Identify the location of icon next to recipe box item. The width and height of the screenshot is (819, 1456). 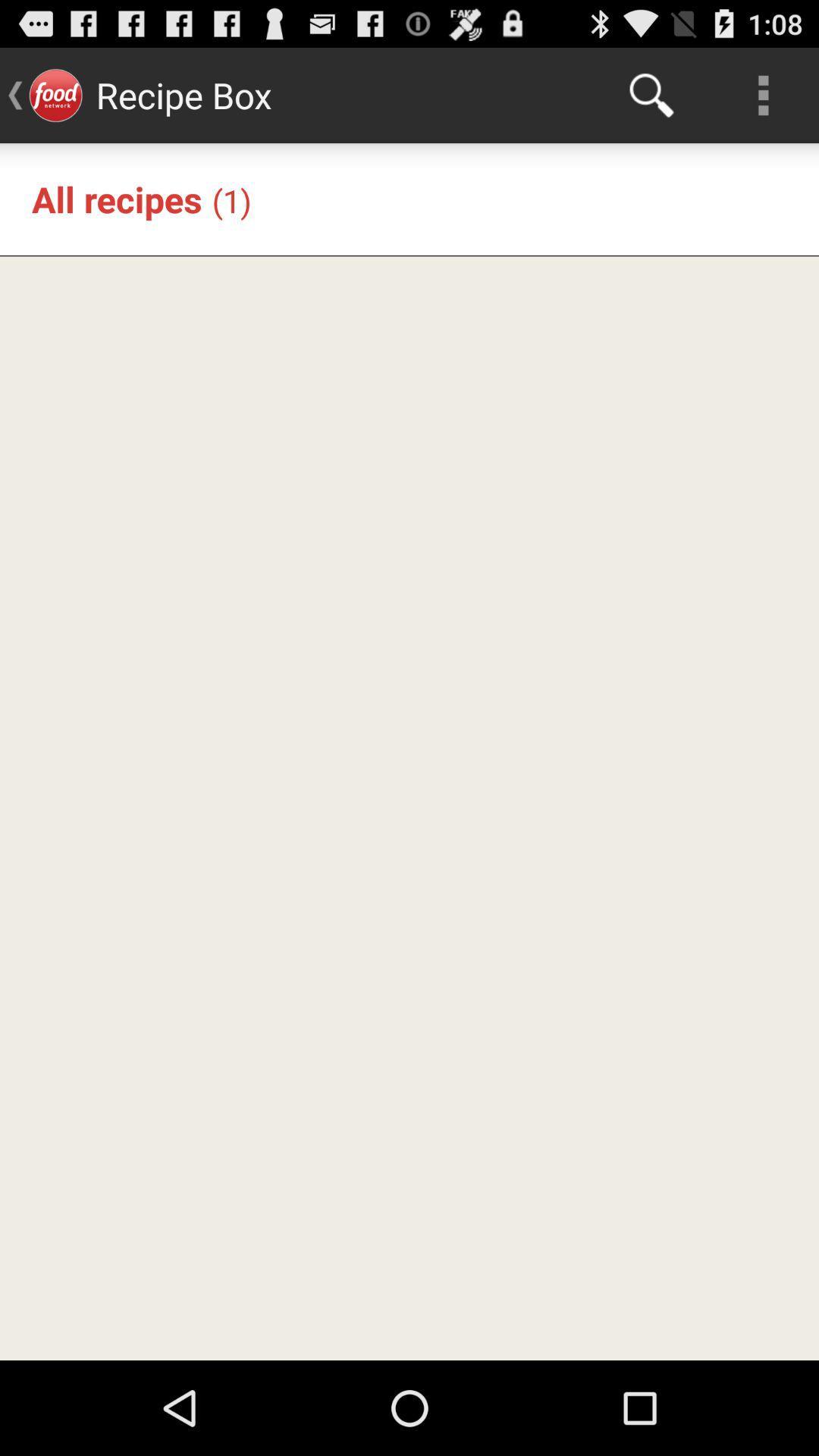
(651, 94).